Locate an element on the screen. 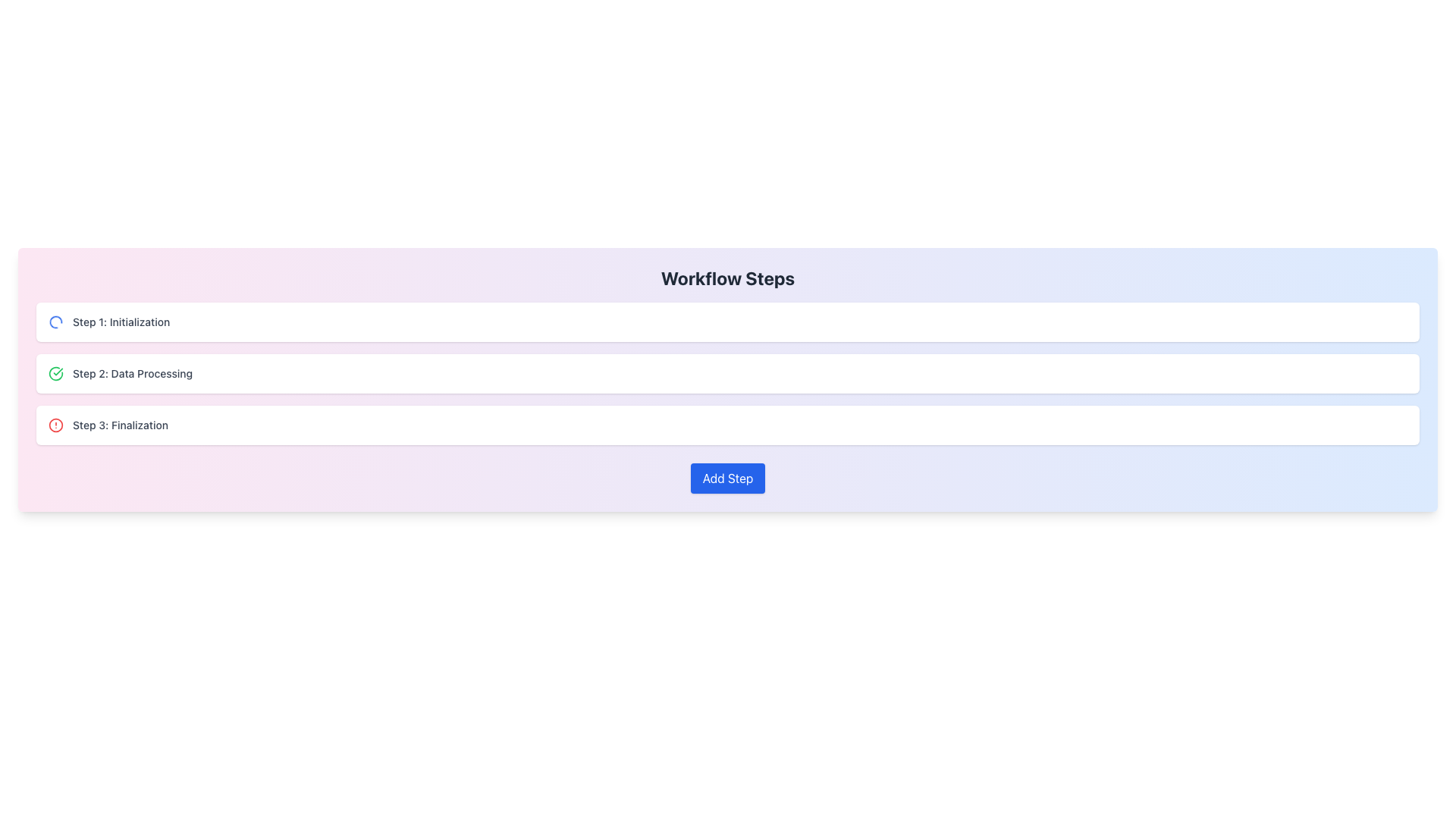 This screenshot has width=1456, height=819. the active first step in the workflow, which features a spinning icon and text, indicating it is currently in progress is located at coordinates (108, 321).